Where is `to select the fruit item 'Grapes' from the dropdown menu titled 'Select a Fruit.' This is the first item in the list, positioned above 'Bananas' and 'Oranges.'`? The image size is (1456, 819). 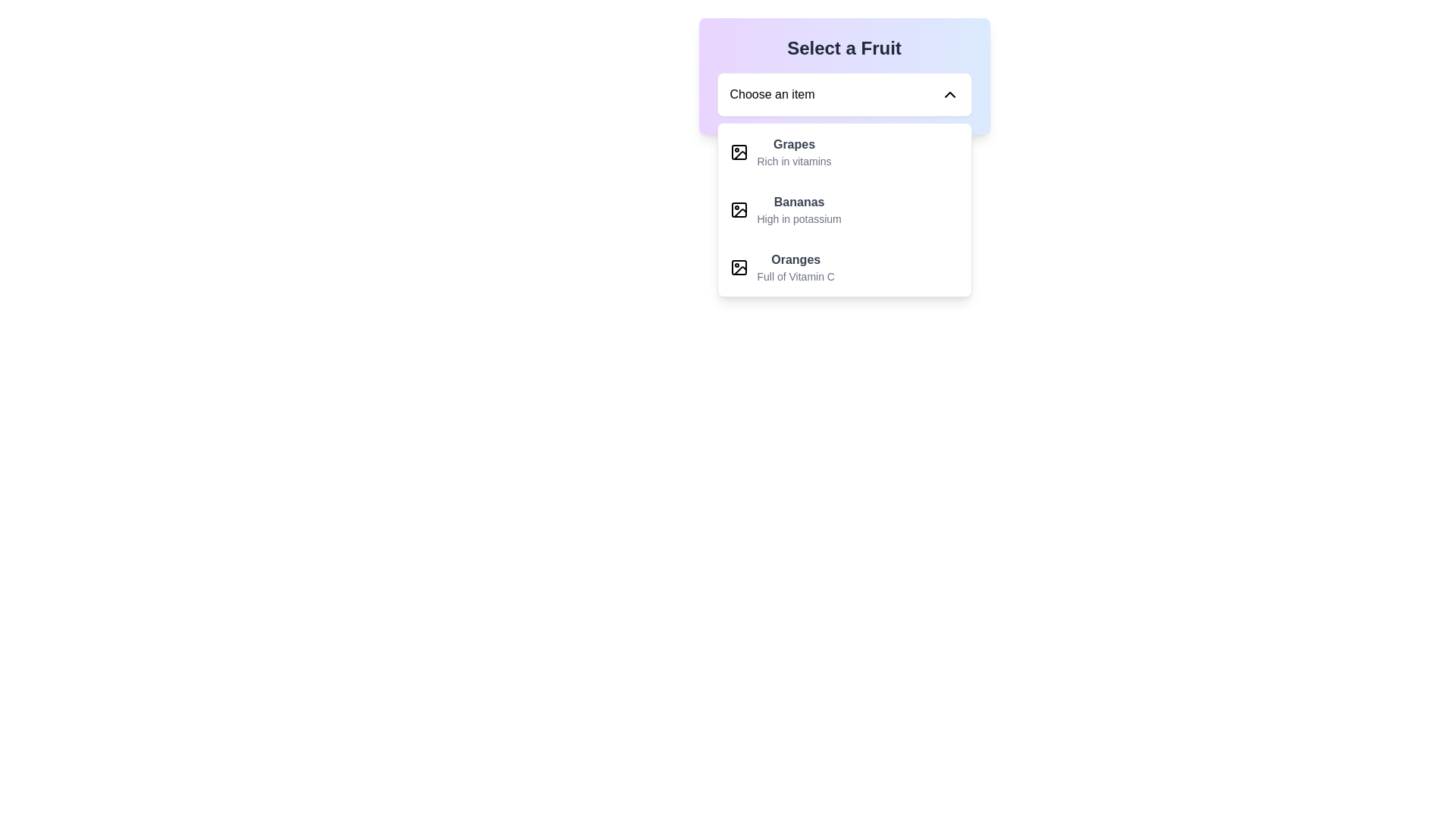 to select the fruit item 'Grapes' from the dropdown menu titled 'Select a Fruit.' This is the first item in the list, positioned above 'Bananas' and 'Oranges.' is located at coordinates (793, 152).